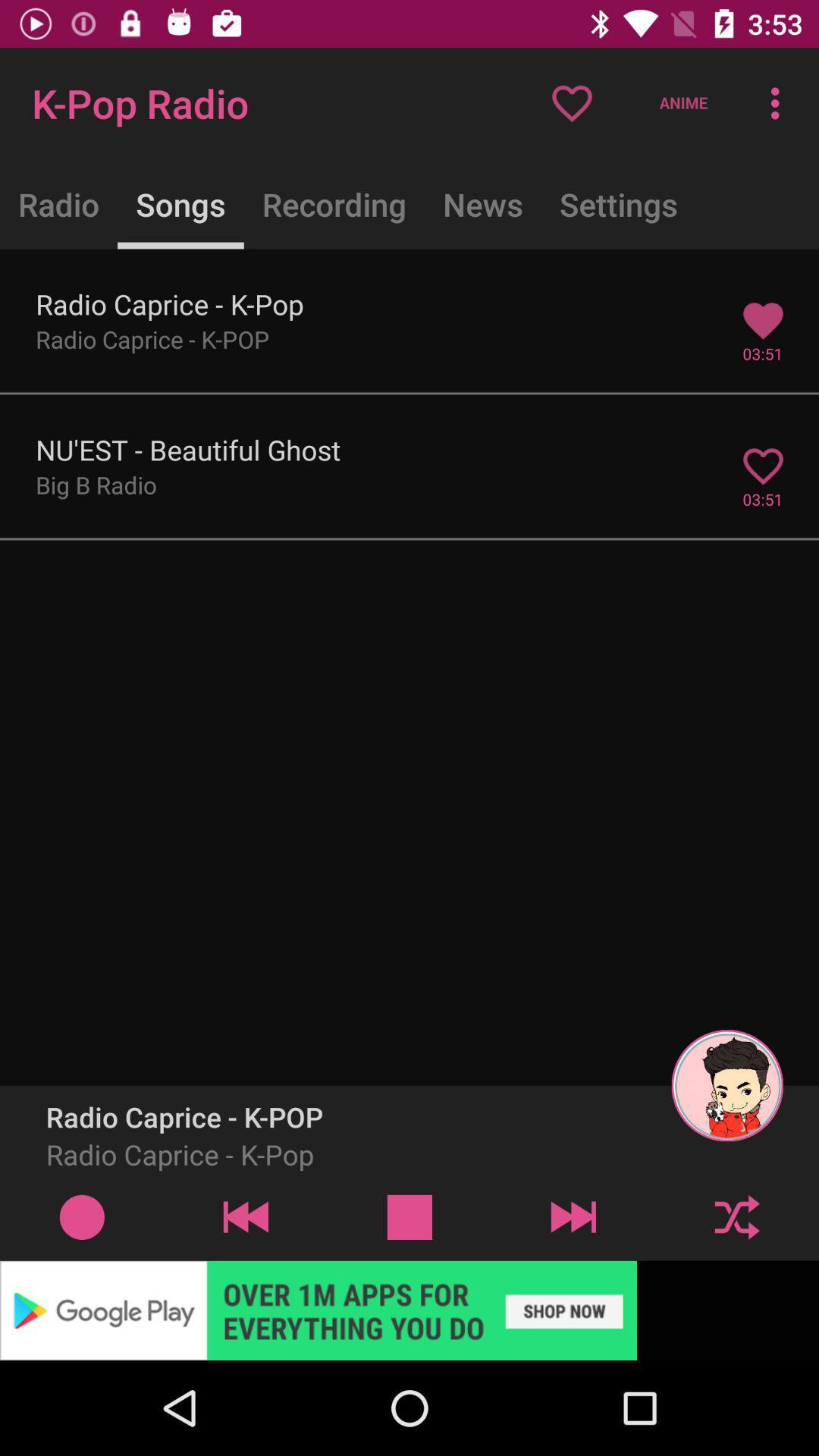 The image size is (819, 1456). I want to click on share the article, so click(409, 1310).